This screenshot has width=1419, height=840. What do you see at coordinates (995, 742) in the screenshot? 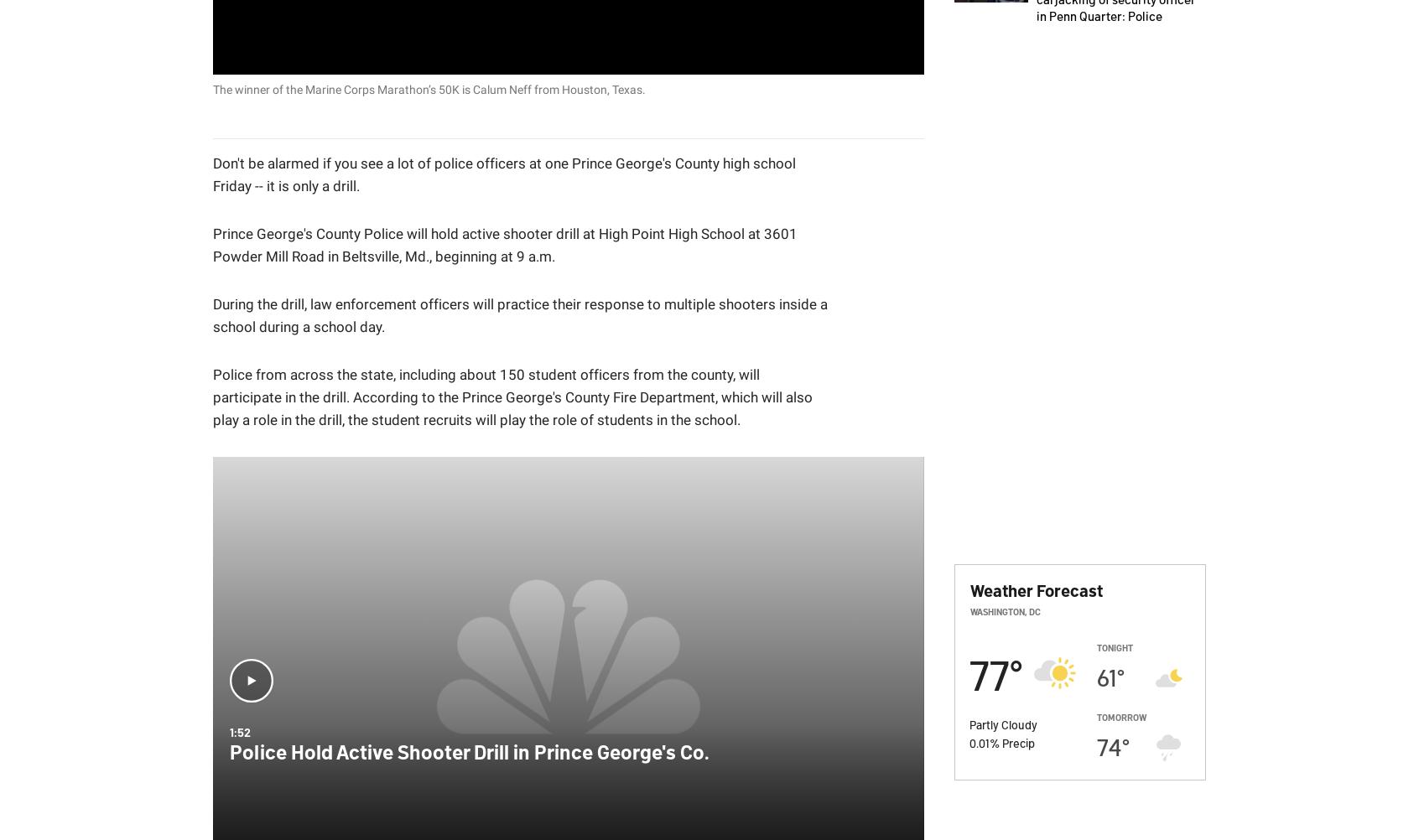
I see `'%'` at bounding box center [995, 742].